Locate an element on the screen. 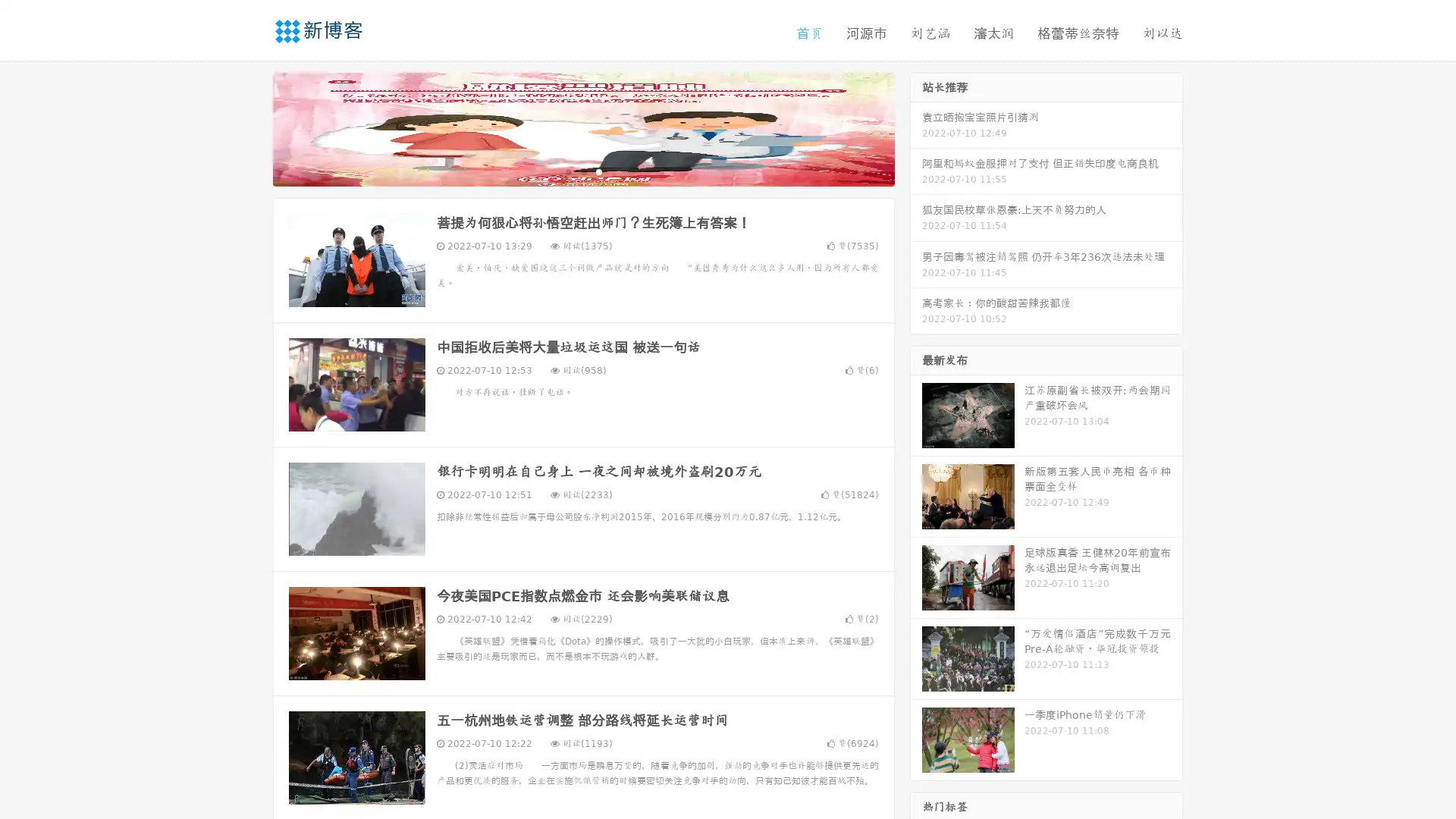  Go to slide 1 is located at coordinates (567, 171).